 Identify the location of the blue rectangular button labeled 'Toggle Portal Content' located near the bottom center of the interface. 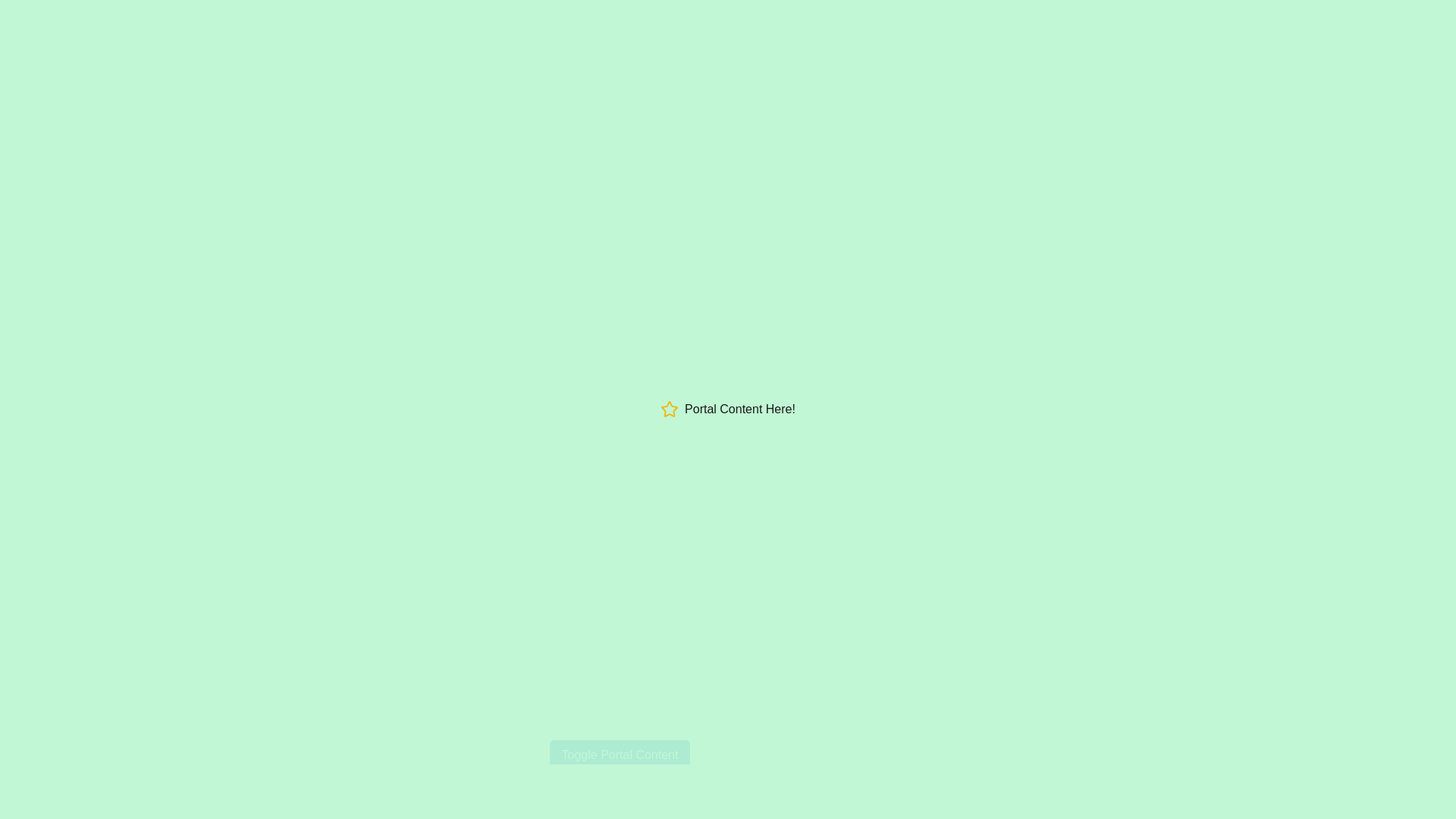
(620, 755).